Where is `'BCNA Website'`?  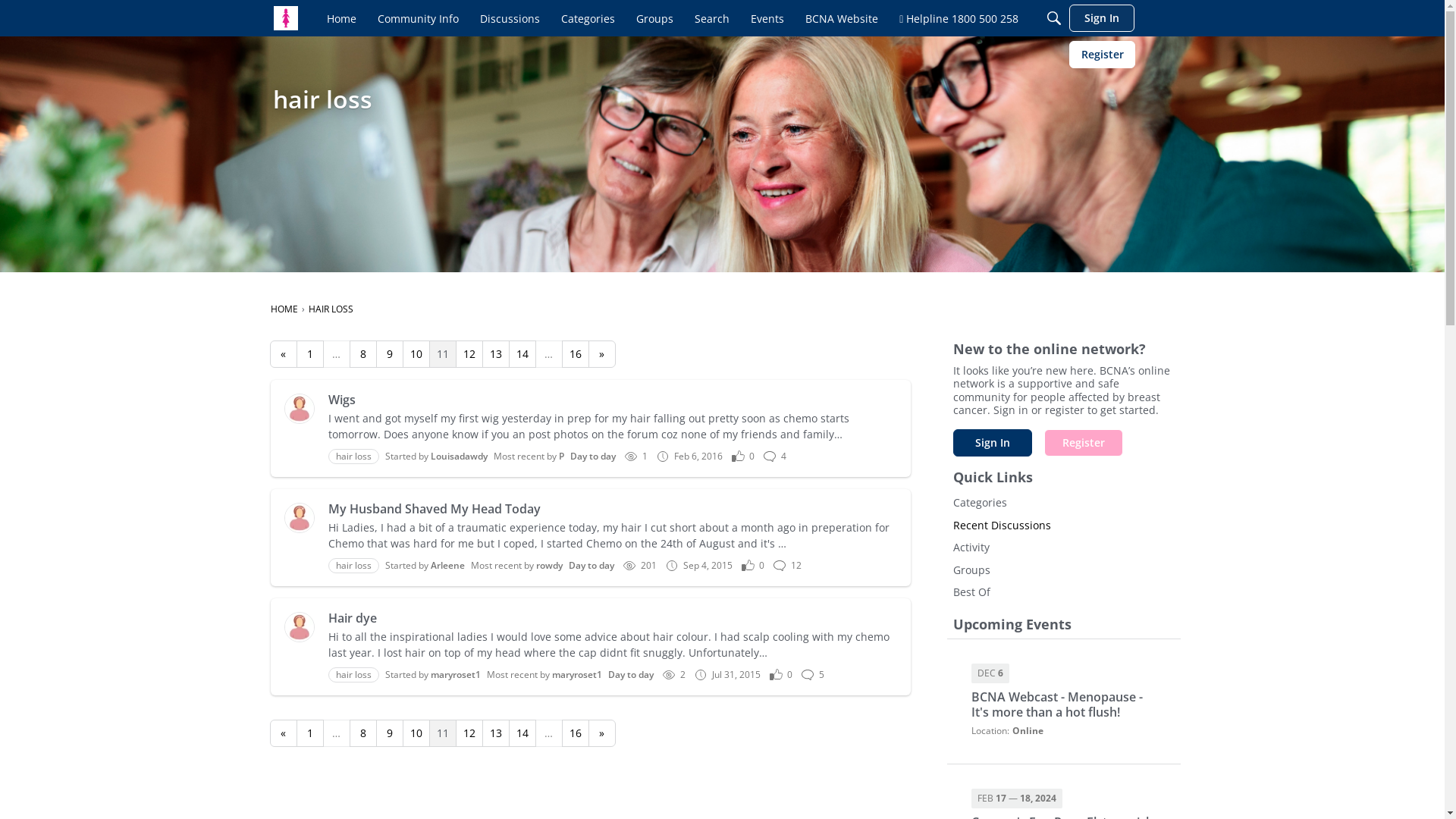
'BCNA Website' is located at coordinates (799, 17).